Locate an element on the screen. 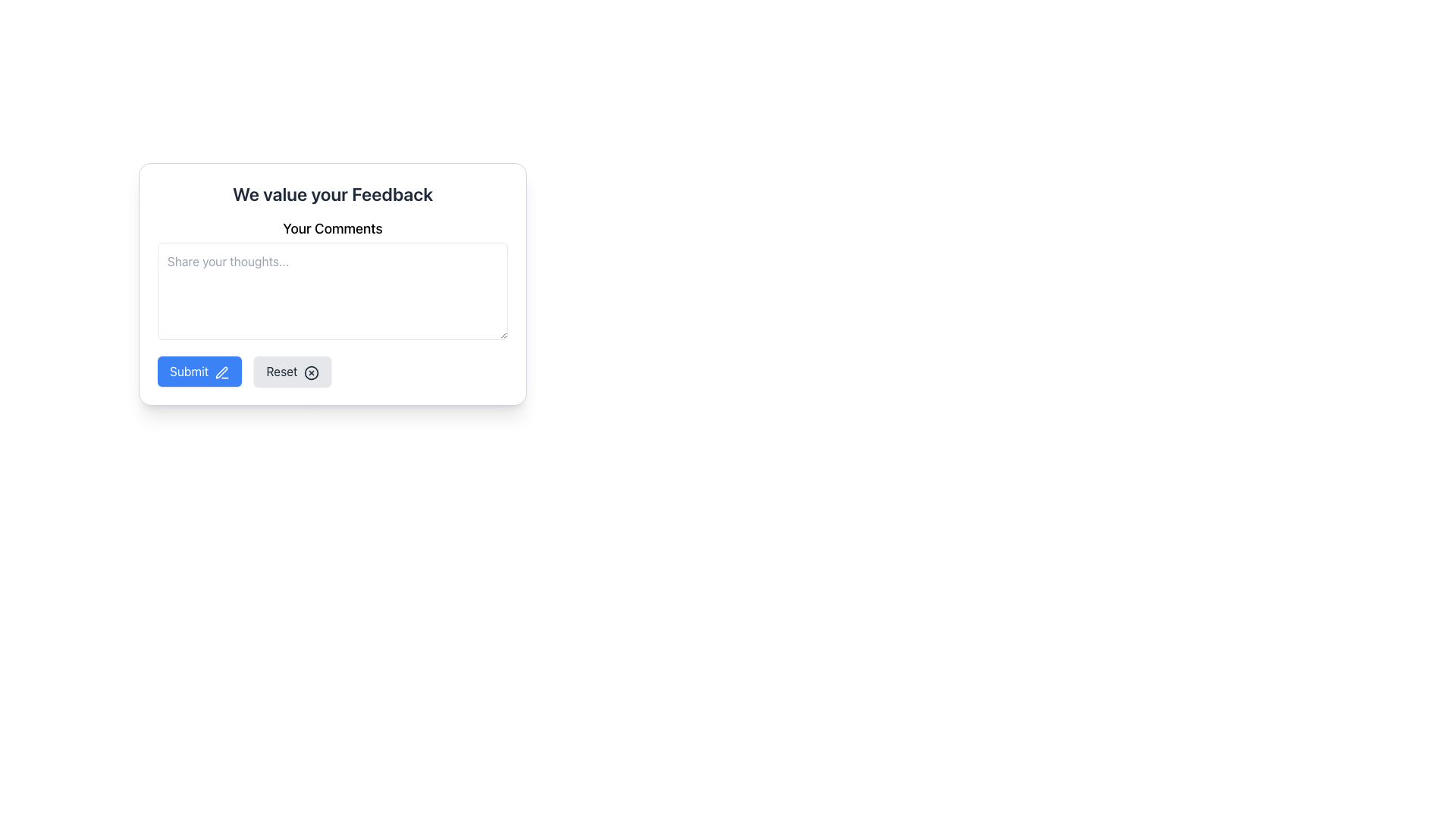  the Textarea input field labeled 'We value your Feedback' is located at coordinates (331, 281).